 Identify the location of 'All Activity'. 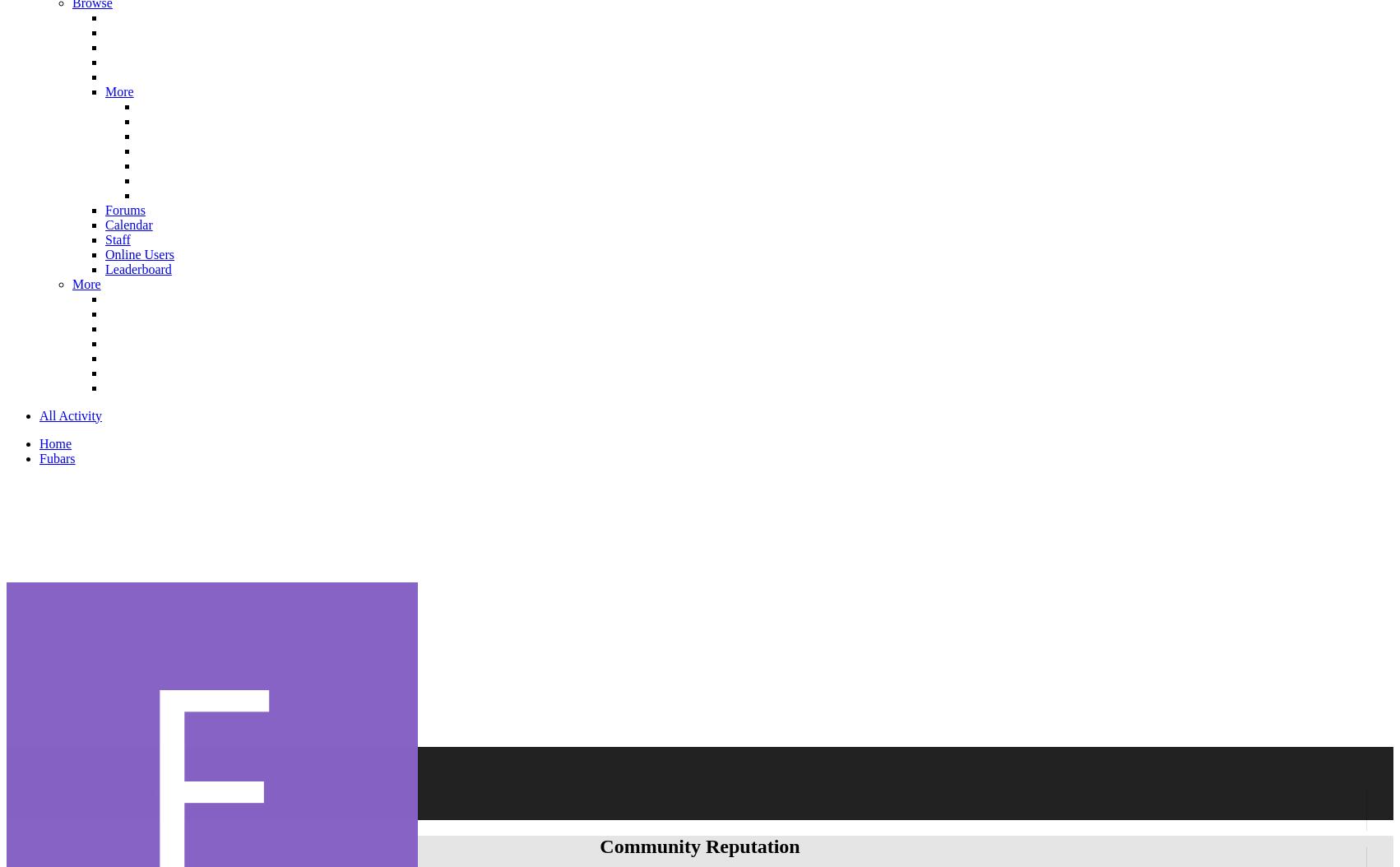
(70, 414).